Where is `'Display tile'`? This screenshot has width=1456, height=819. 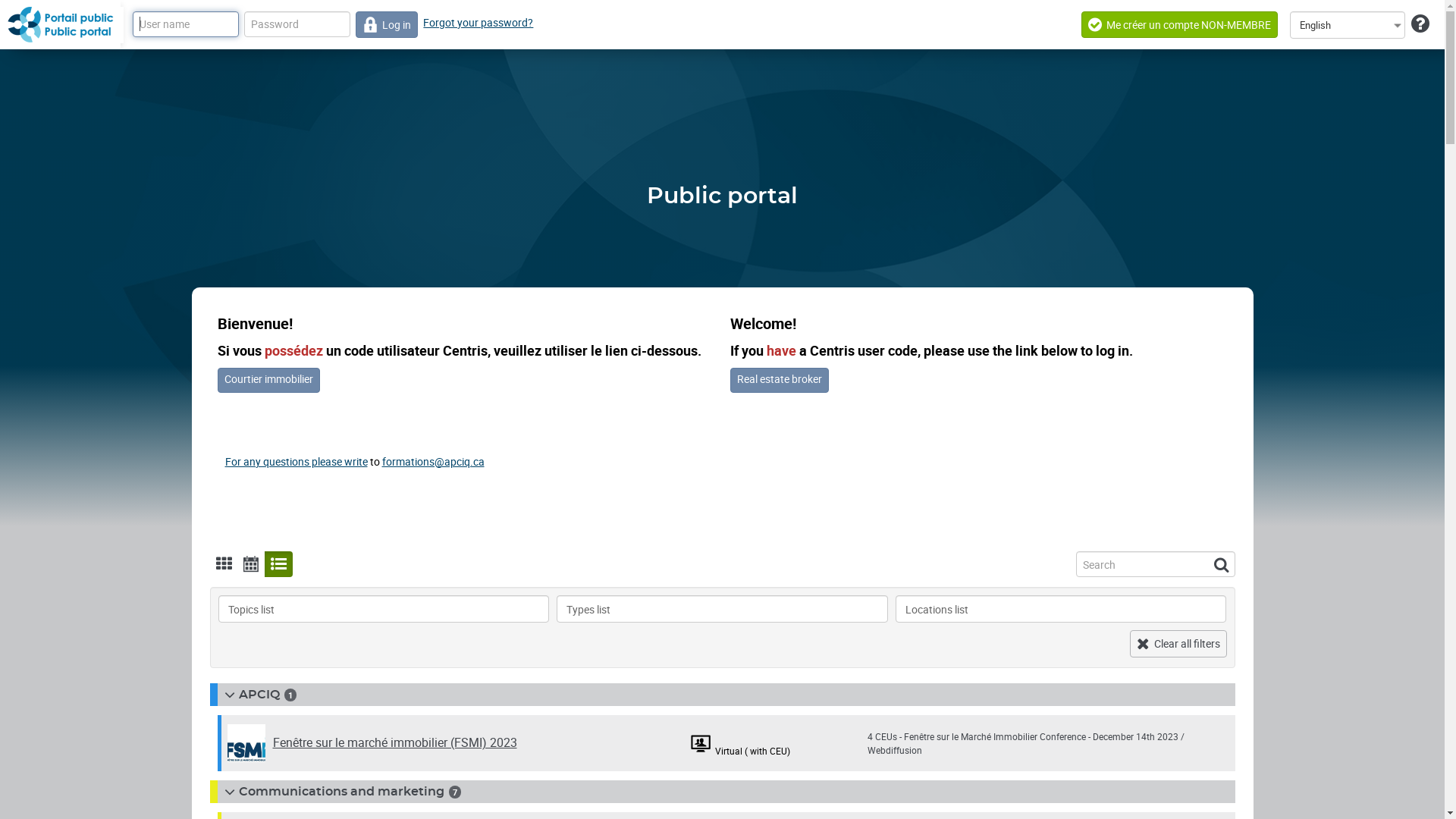 'Display tile' is located at coordinates (213, 559).